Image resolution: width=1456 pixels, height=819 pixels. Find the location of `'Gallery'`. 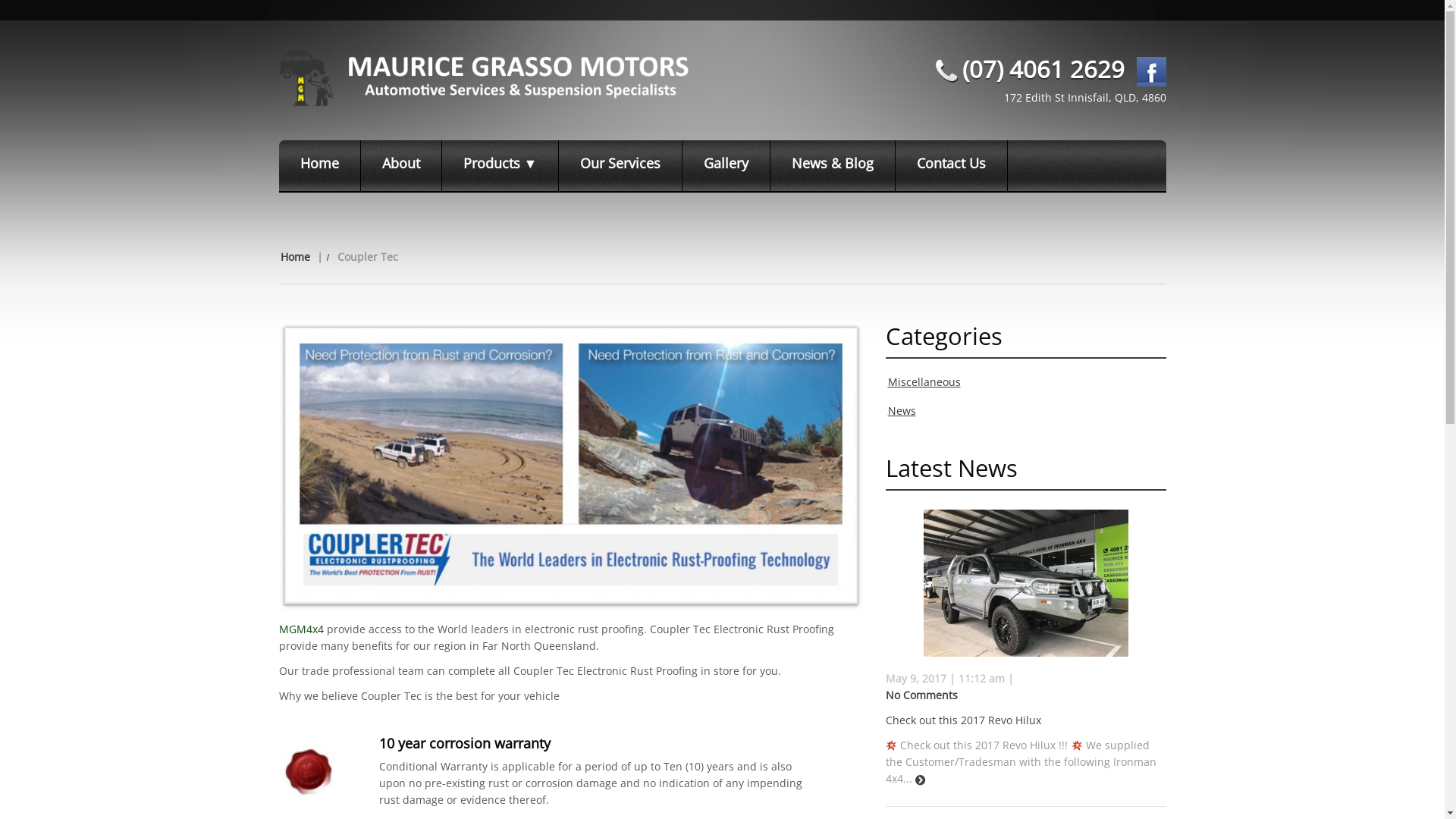

'Gallery' is located at coordinates (726, 165).